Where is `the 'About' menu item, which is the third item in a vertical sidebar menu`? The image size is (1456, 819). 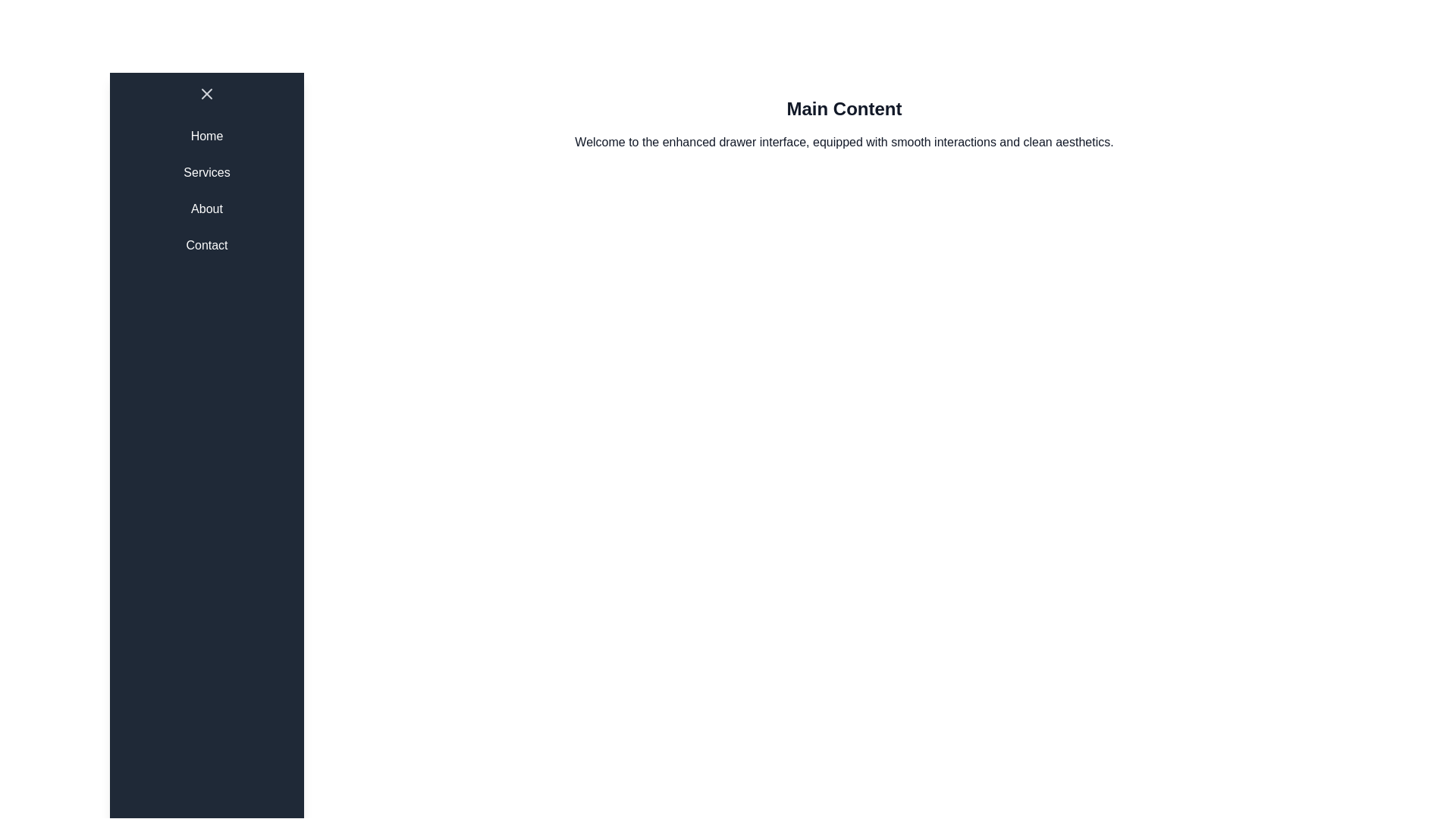 the 'About' menu item, which is the third item in a vertical sidebar menu is located at coordinates (206, 209).